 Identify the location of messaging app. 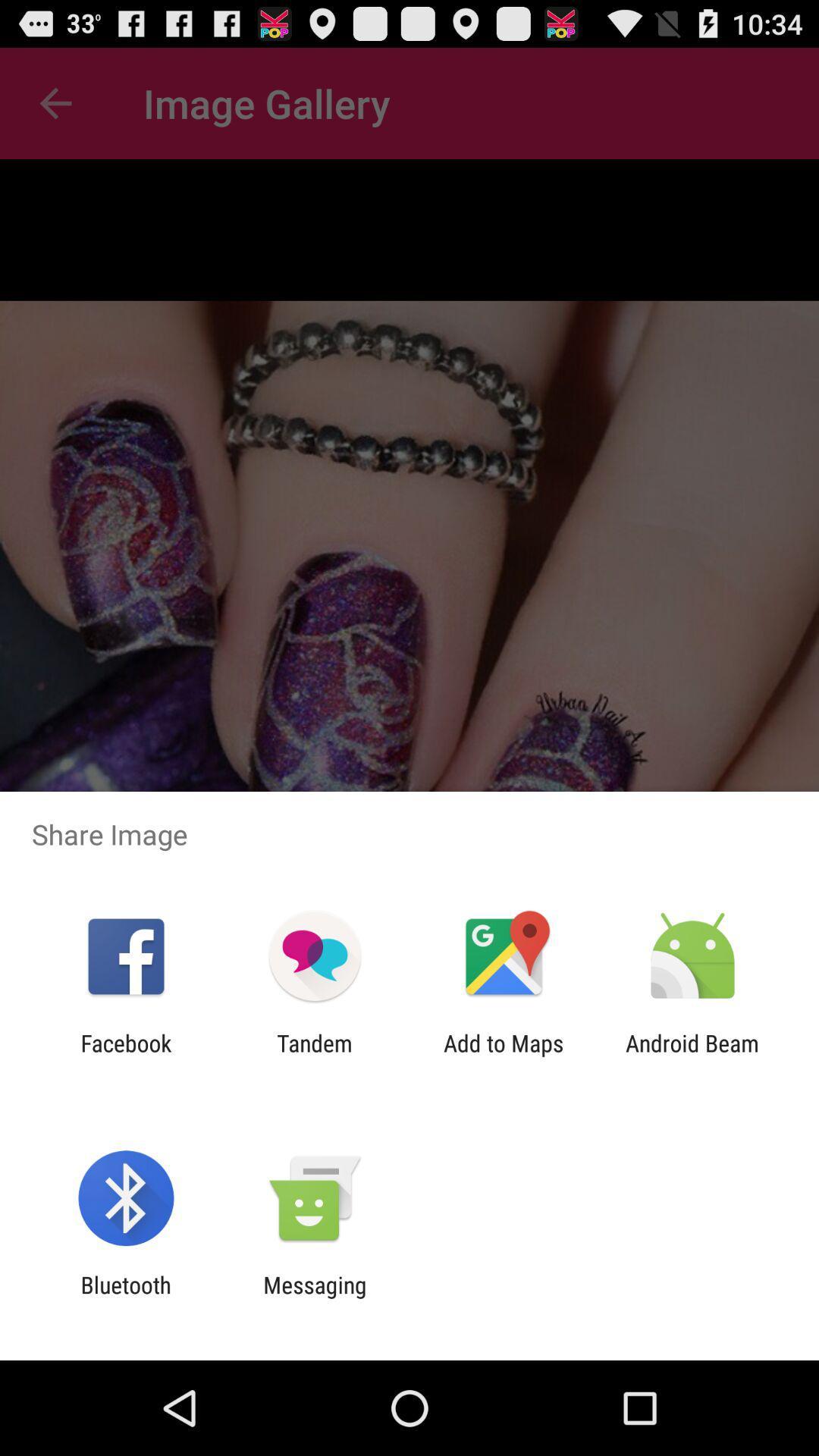
(314, 1298).